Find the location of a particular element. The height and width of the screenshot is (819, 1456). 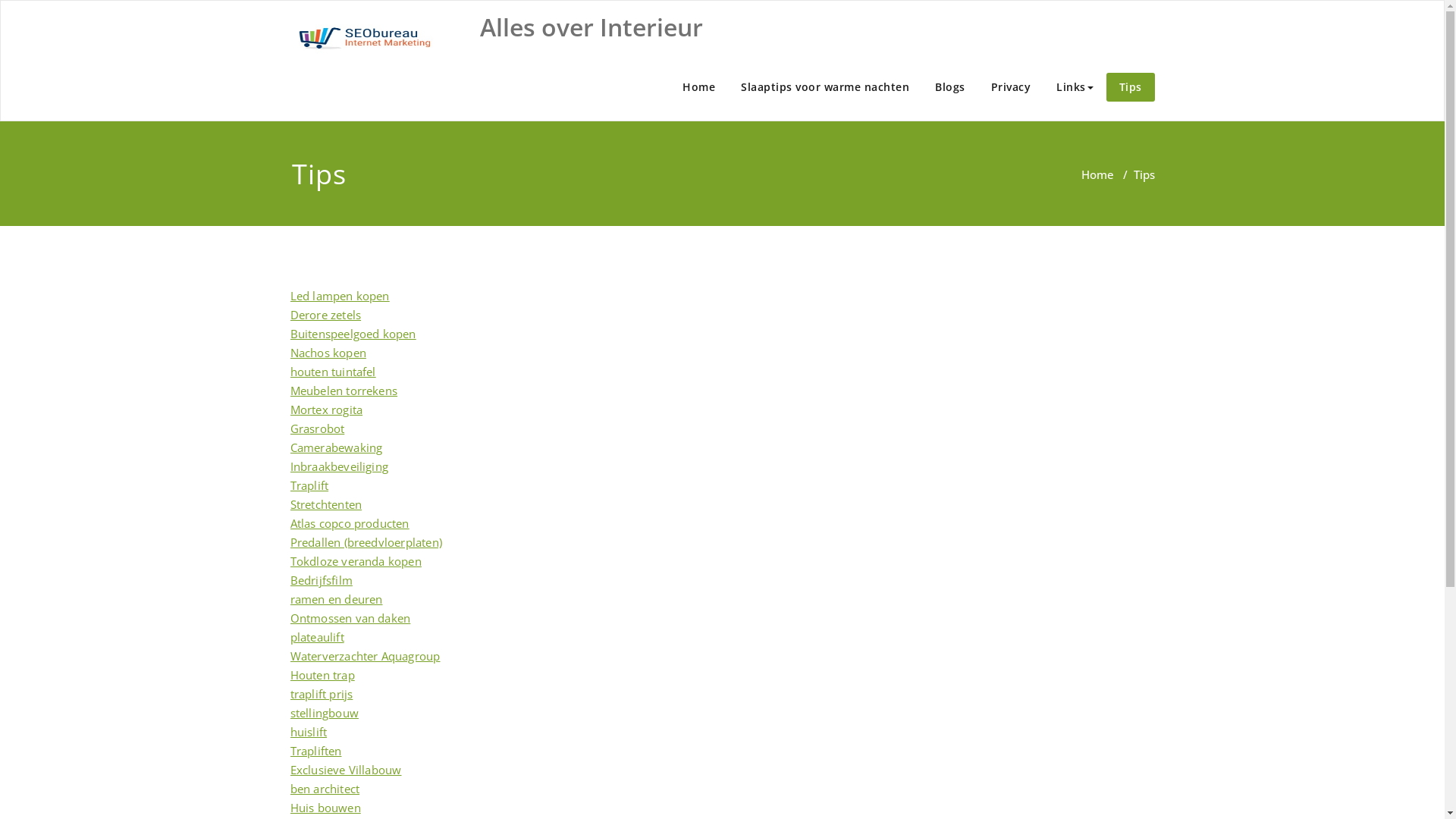

'huislift' is located at coordinates (307, 730).